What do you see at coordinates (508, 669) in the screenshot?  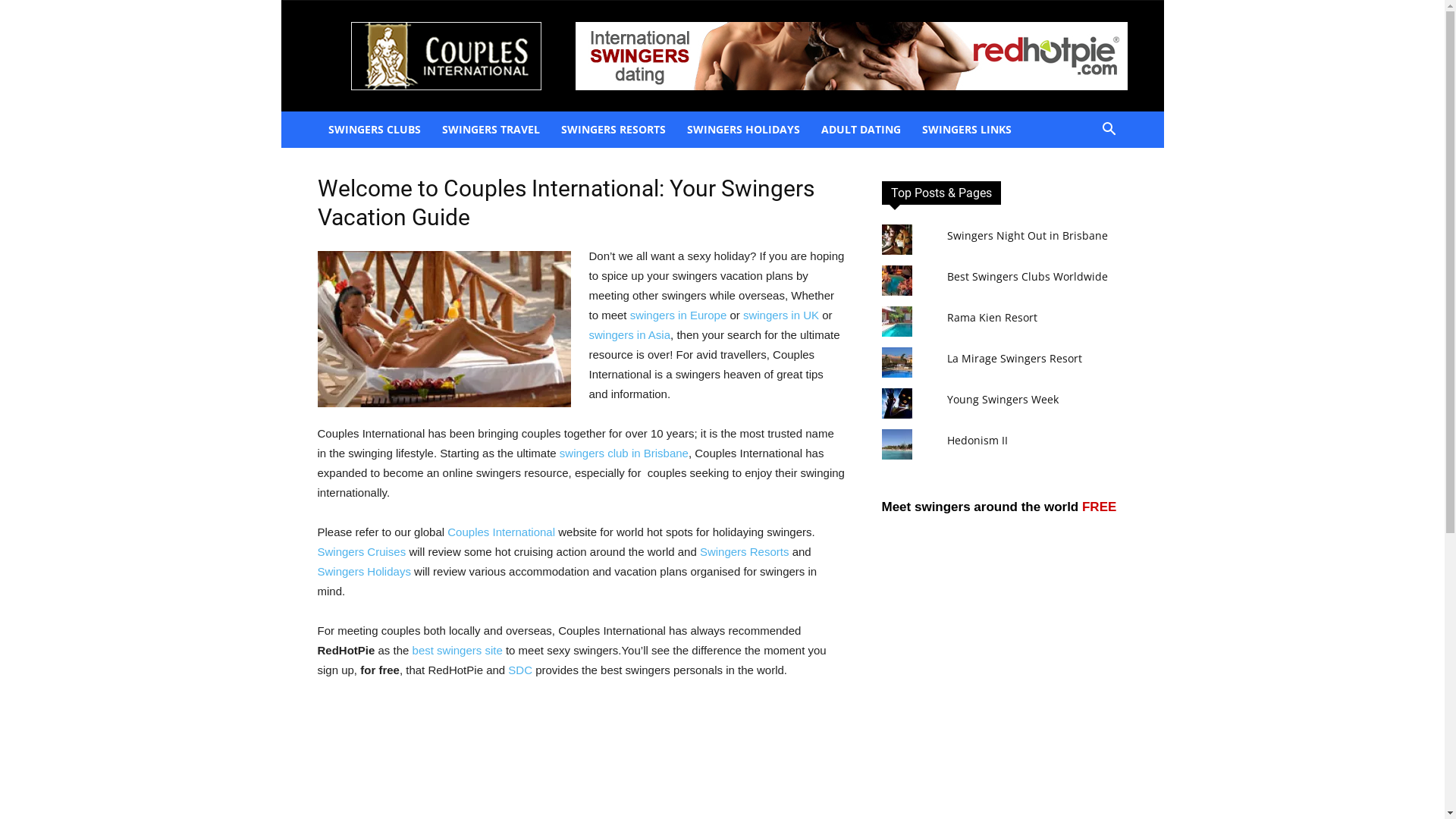 I see `'SDC'` at bounding box center [508, 669].